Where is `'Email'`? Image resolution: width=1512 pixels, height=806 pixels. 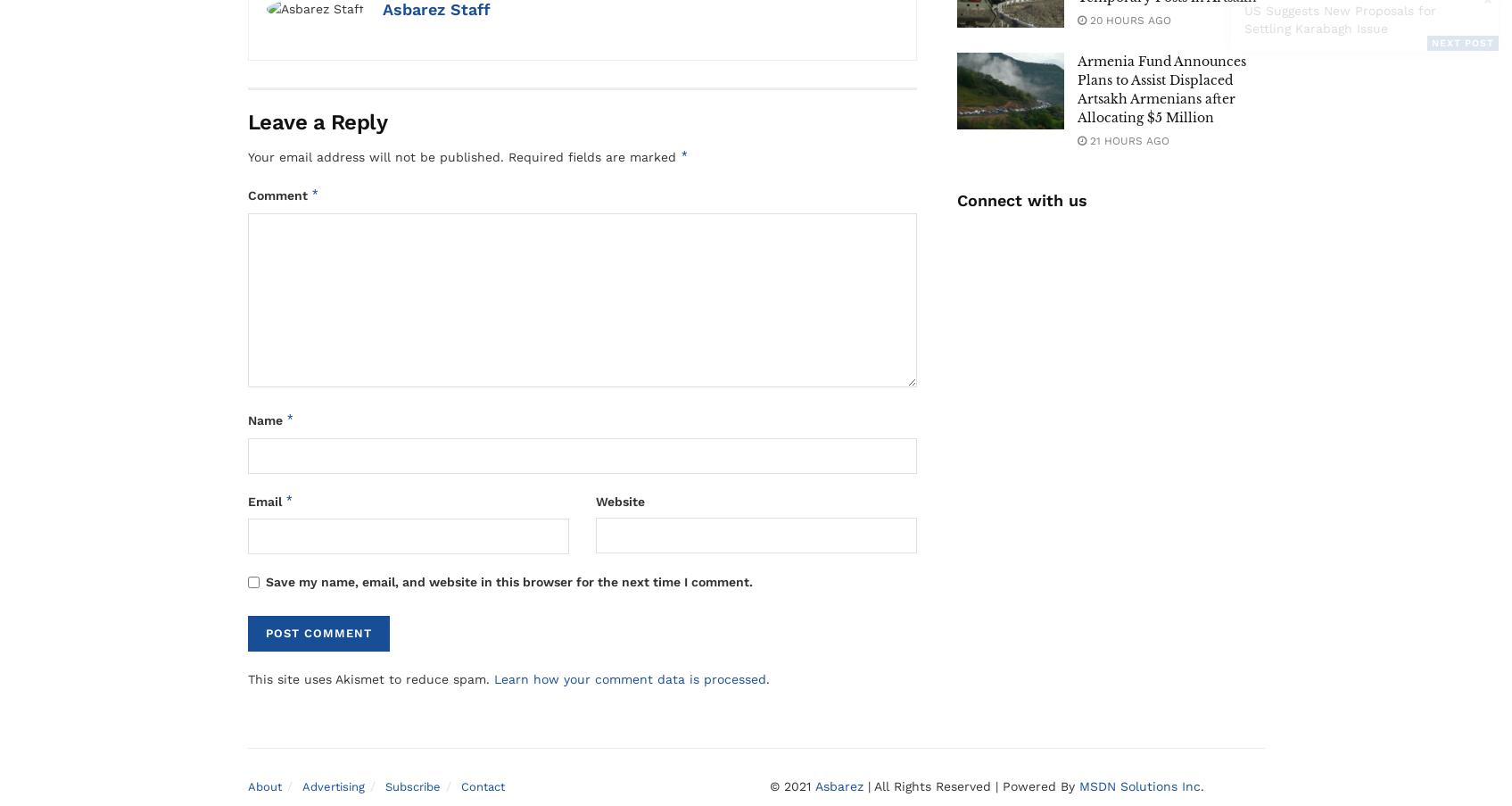
'Email' is located at coordinates (265, 500).